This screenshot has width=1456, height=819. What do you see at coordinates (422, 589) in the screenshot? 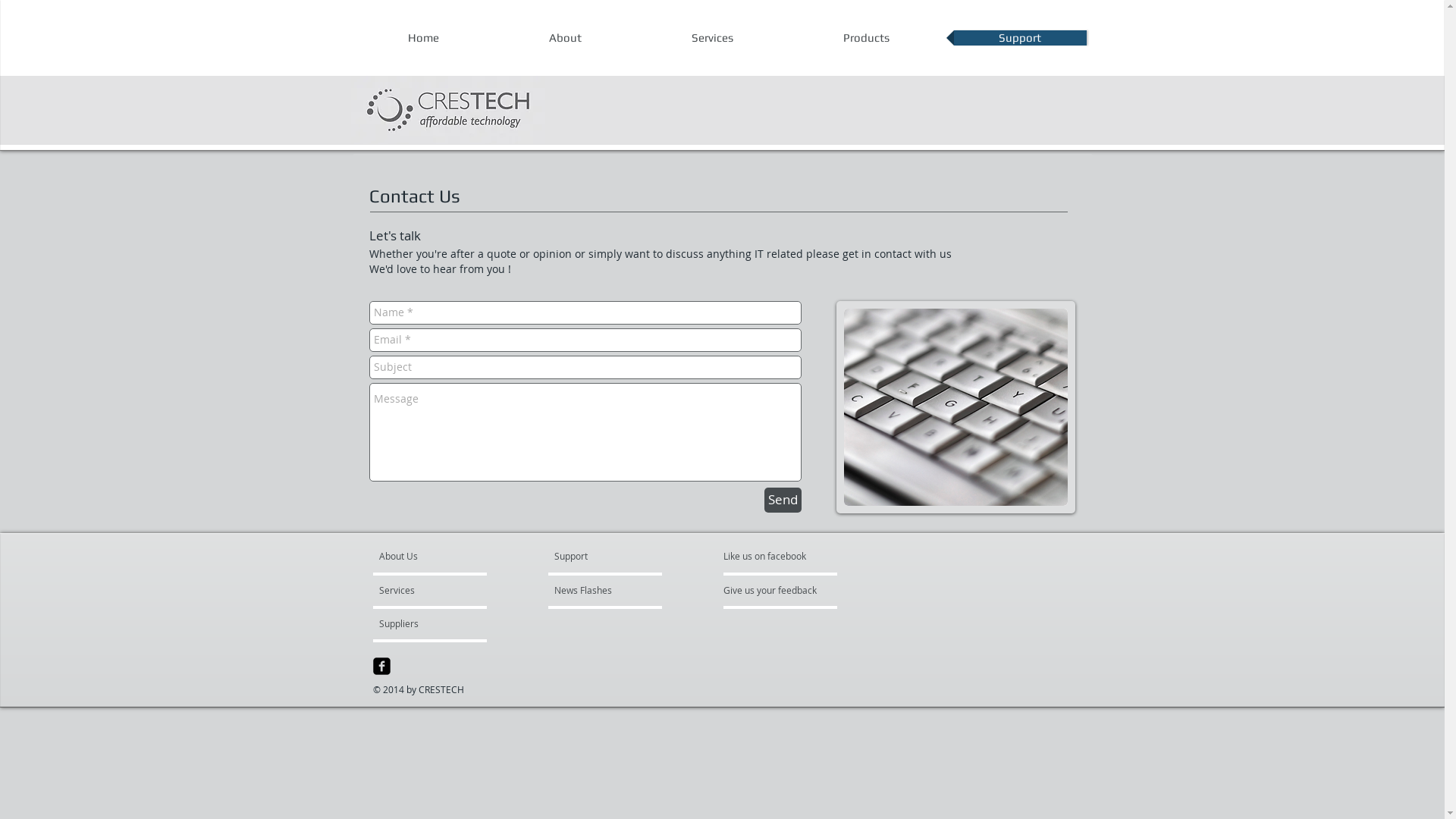
I see `'Services'` at bounding box center [422, 589].